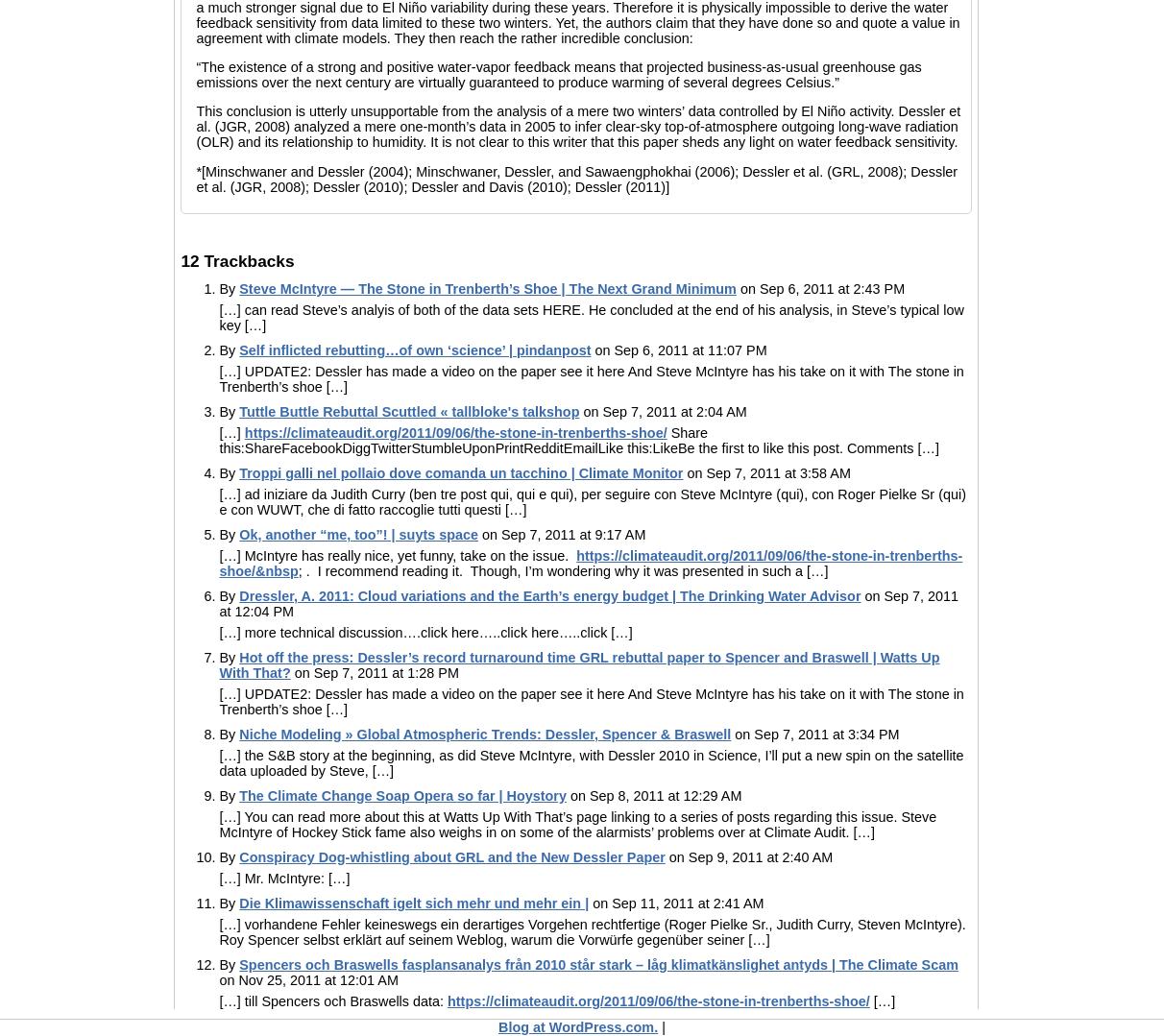  Describe the element at coordinates (558, 74) in the screenshot. I see `'“The existence of a strong and positive water-vapor feedback means that projected business-as-usual greenhouse gas emissions over the next century are virtually guaranteed to produce warming of several degrees Celsius.”'` at that location.